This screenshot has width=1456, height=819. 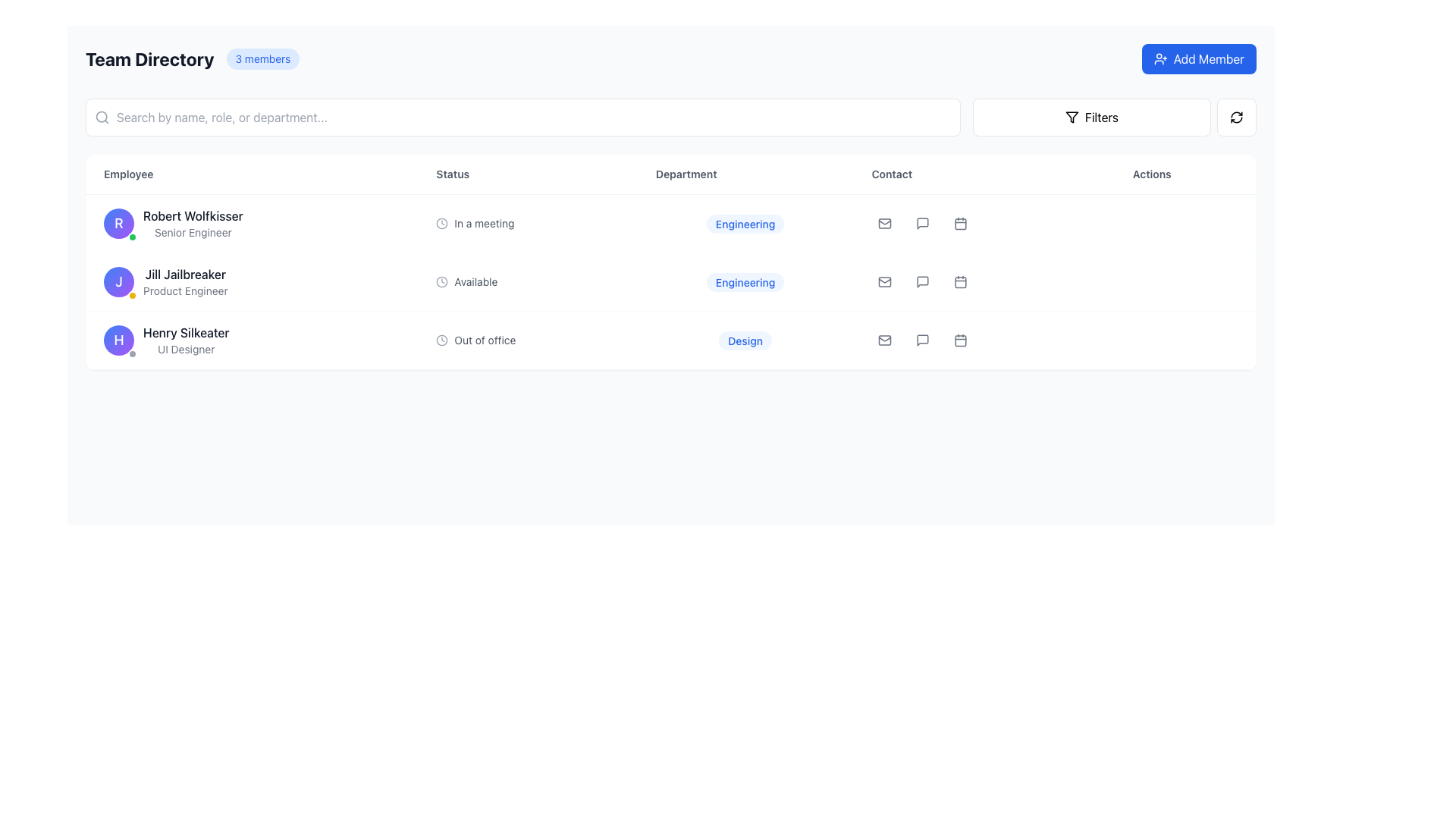 I want to click on the 'Engineering' department label for user 'Jill Jailbreaker' located in the second row of the table interface, so click(x=745, y=281).